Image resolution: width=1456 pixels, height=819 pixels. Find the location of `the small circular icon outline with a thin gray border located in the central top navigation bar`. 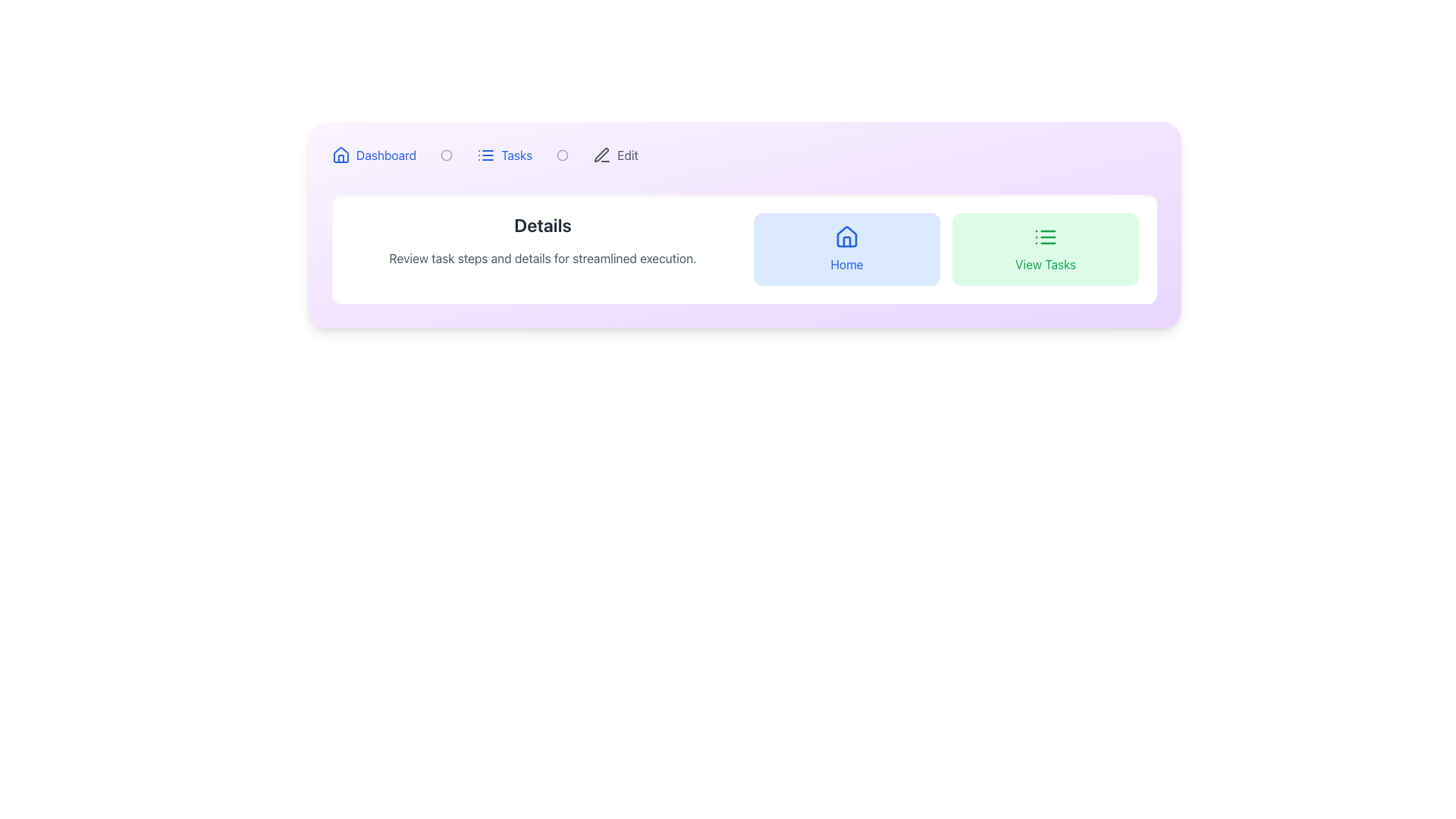

the small circular icon outline with a thin gray border located in the central top navigation bar is located at coordinates (446, 155).